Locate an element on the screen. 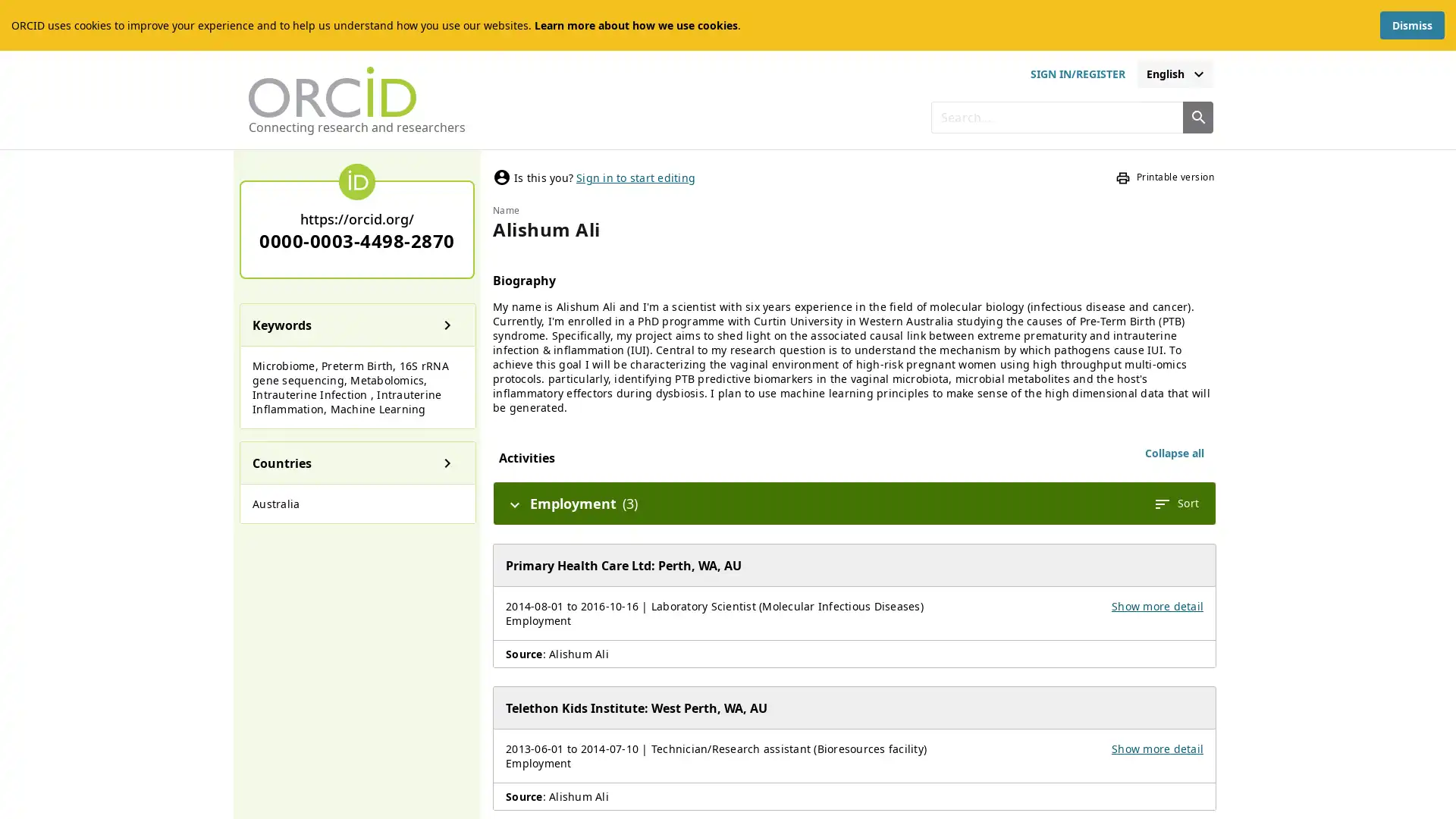 The height and width of the screenshot is (819, 1456). Show more detail is located at coordinates (1156, 748).